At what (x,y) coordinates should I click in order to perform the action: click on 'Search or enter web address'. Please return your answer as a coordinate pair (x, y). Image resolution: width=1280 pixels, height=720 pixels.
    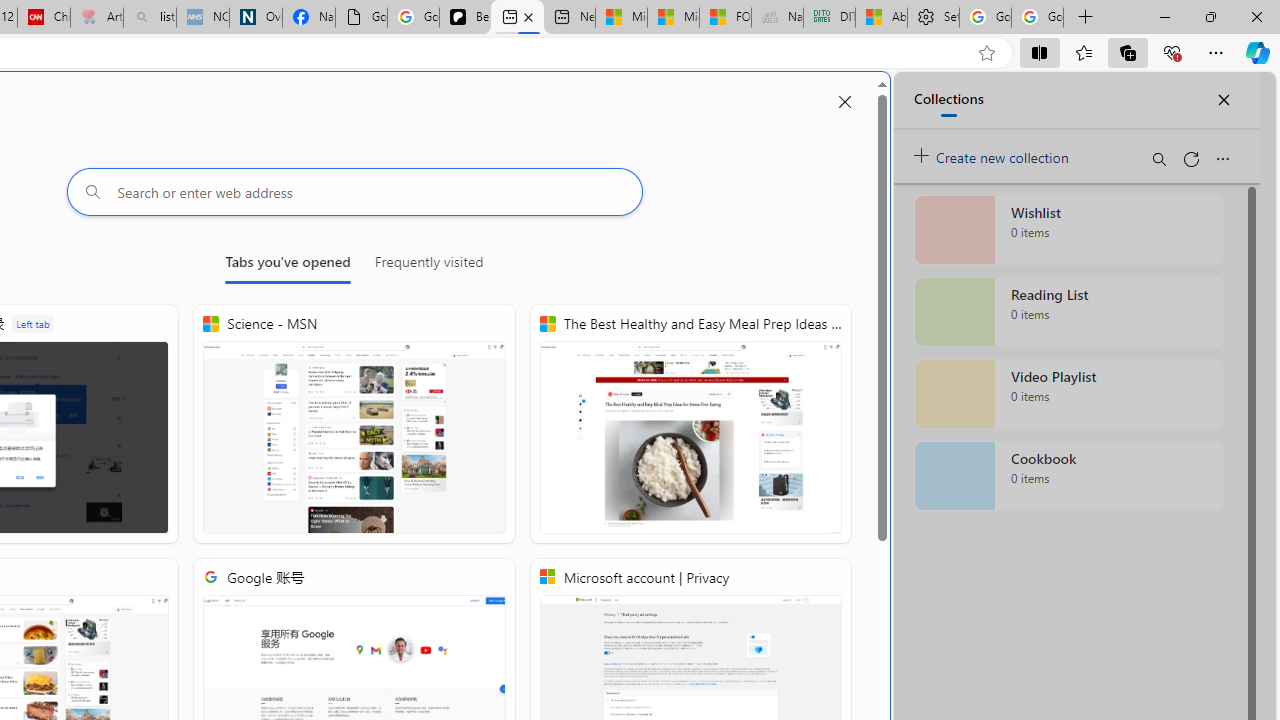
    Looking at the image, I should click on (354, 191).